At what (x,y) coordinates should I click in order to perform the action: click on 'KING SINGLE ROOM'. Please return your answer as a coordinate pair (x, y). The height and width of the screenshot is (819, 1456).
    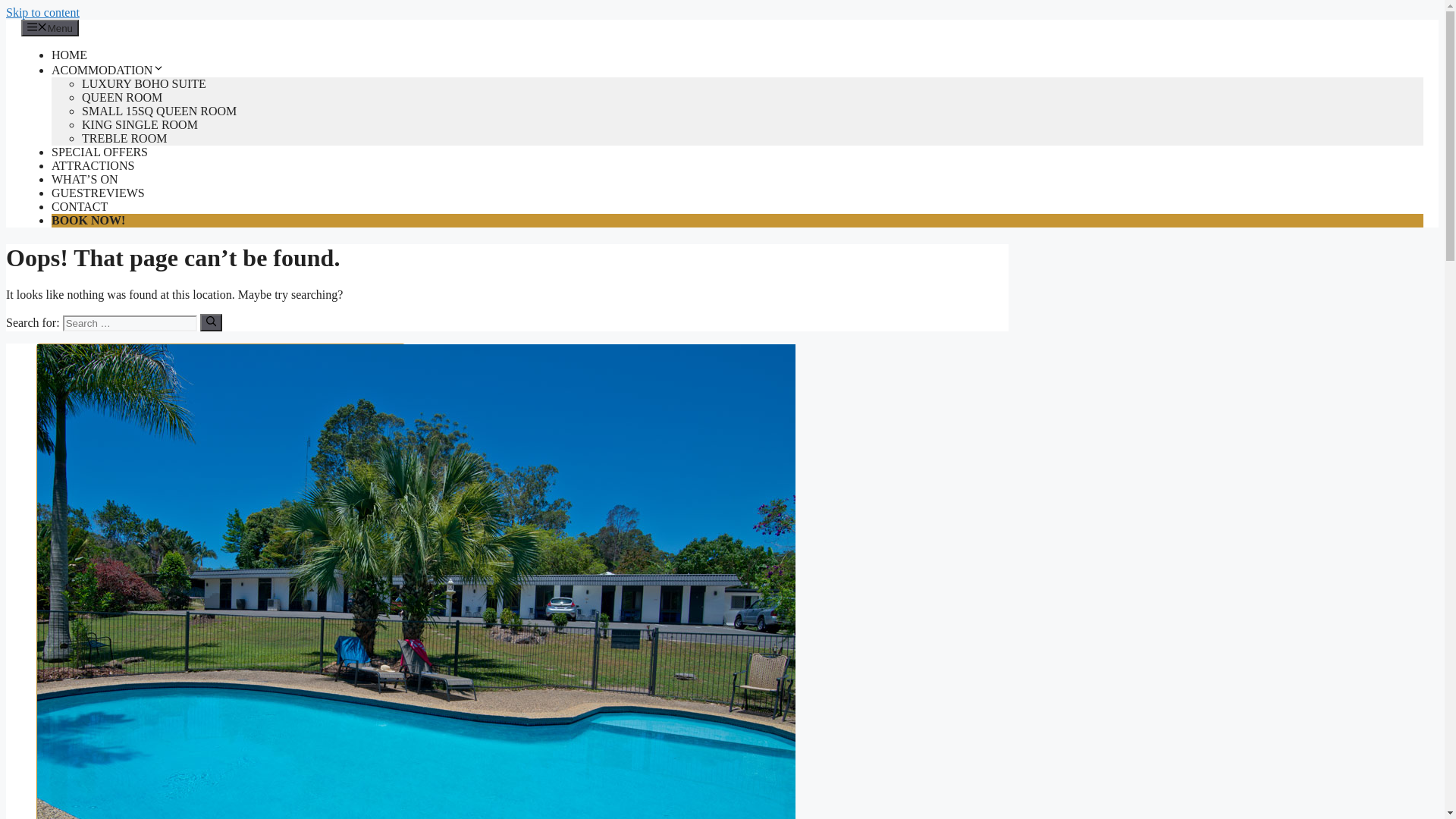
    Looking at the image, I should click on (140, 124).